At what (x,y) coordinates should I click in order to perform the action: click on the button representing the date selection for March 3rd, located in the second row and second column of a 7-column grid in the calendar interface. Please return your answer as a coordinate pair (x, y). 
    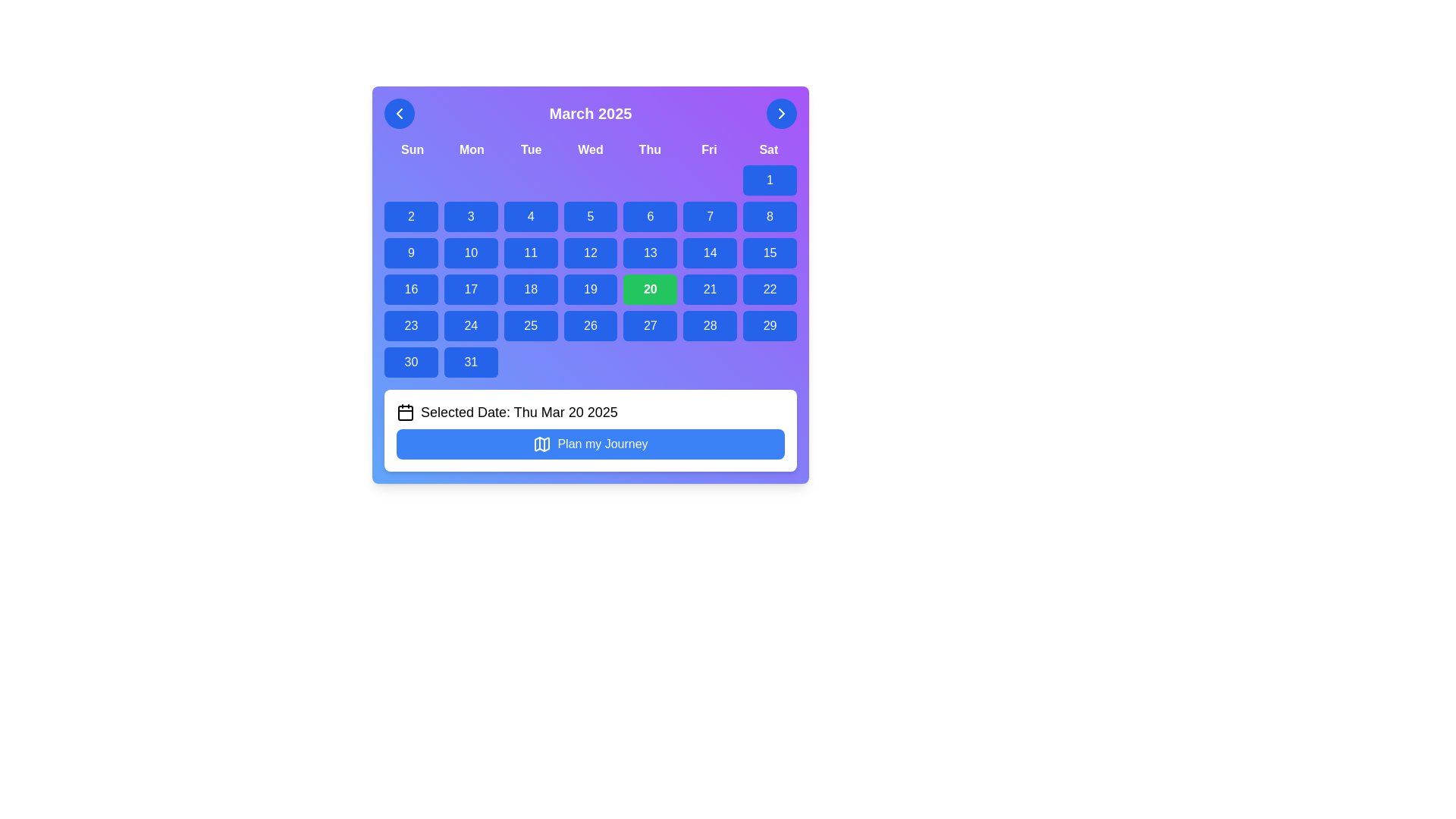
    Looking at the image, I should click on (470, 216).